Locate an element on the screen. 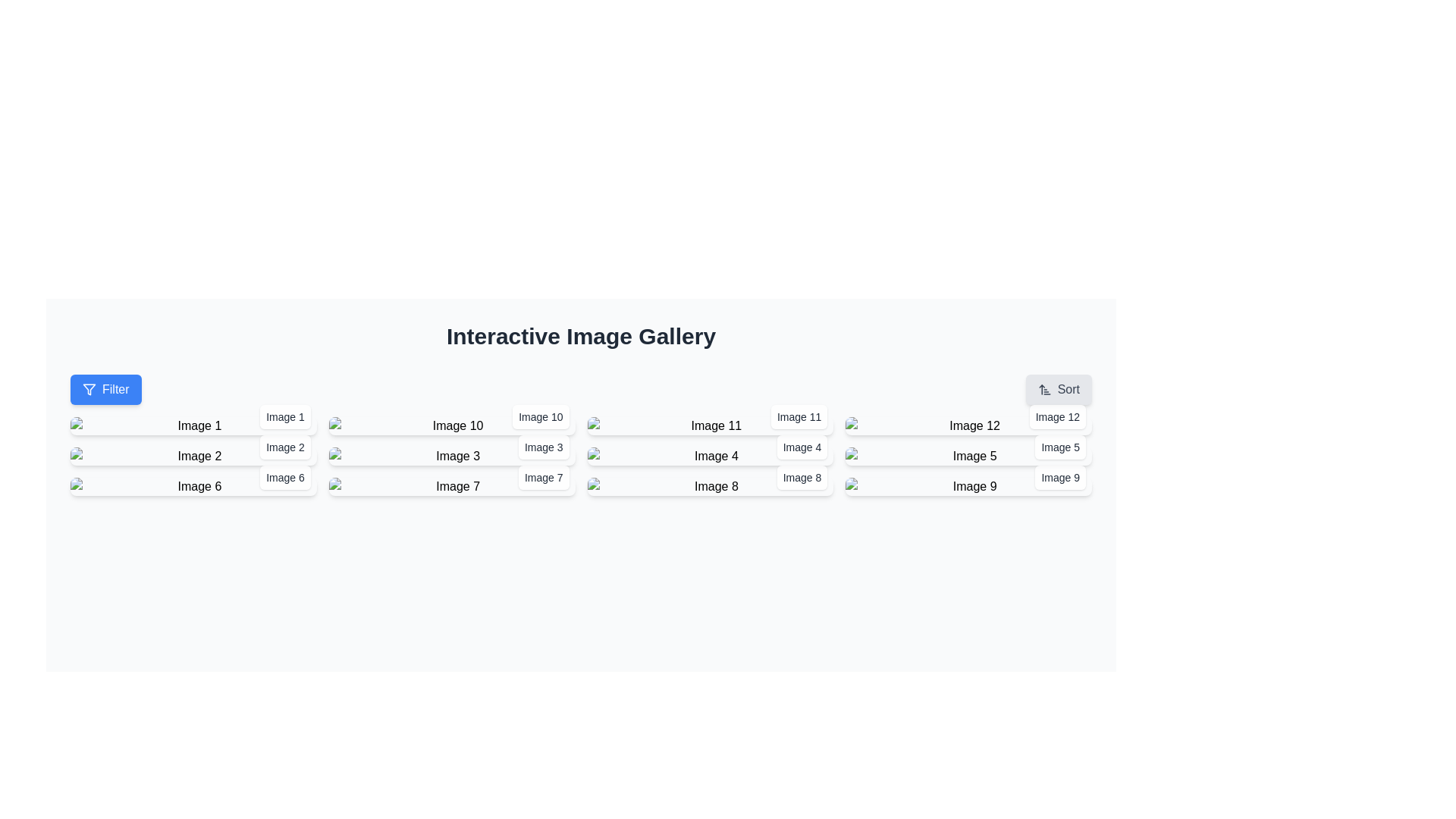  the fifth image thumbnail in the gallery is located at coordinates (968, 455).